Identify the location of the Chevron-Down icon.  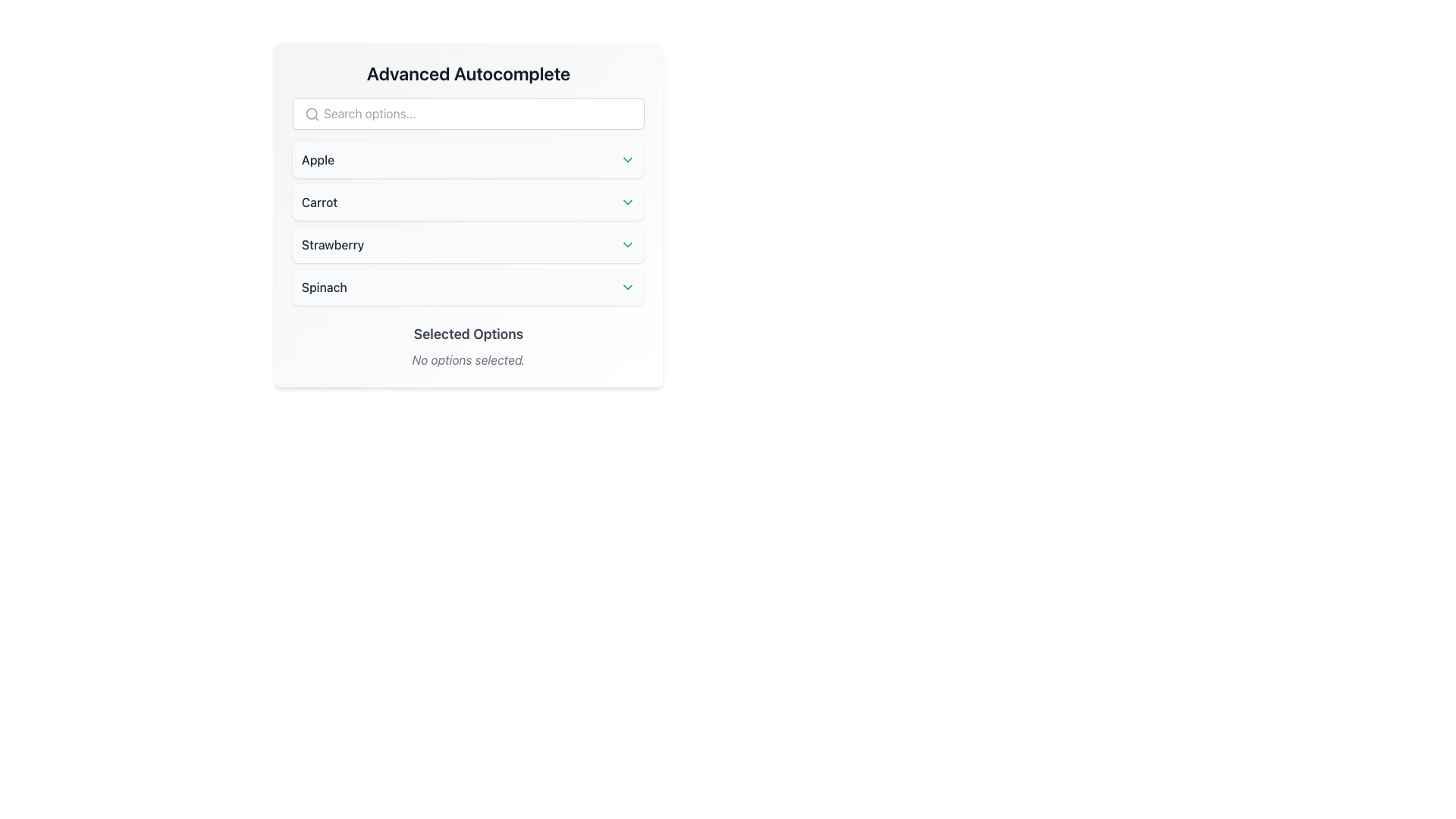
(628, 244).